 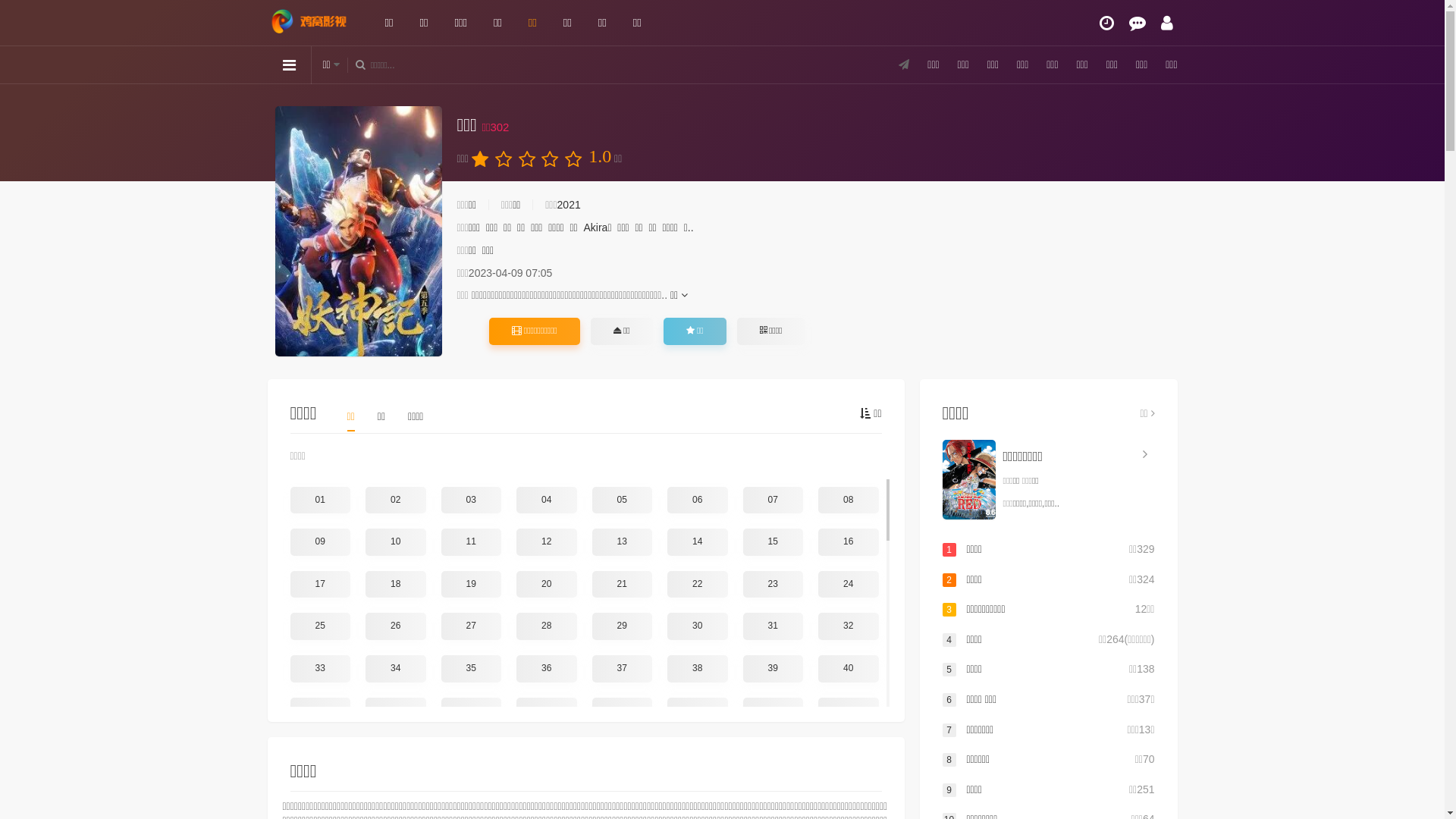 I want to click on '48', so click(x=847, y=711).